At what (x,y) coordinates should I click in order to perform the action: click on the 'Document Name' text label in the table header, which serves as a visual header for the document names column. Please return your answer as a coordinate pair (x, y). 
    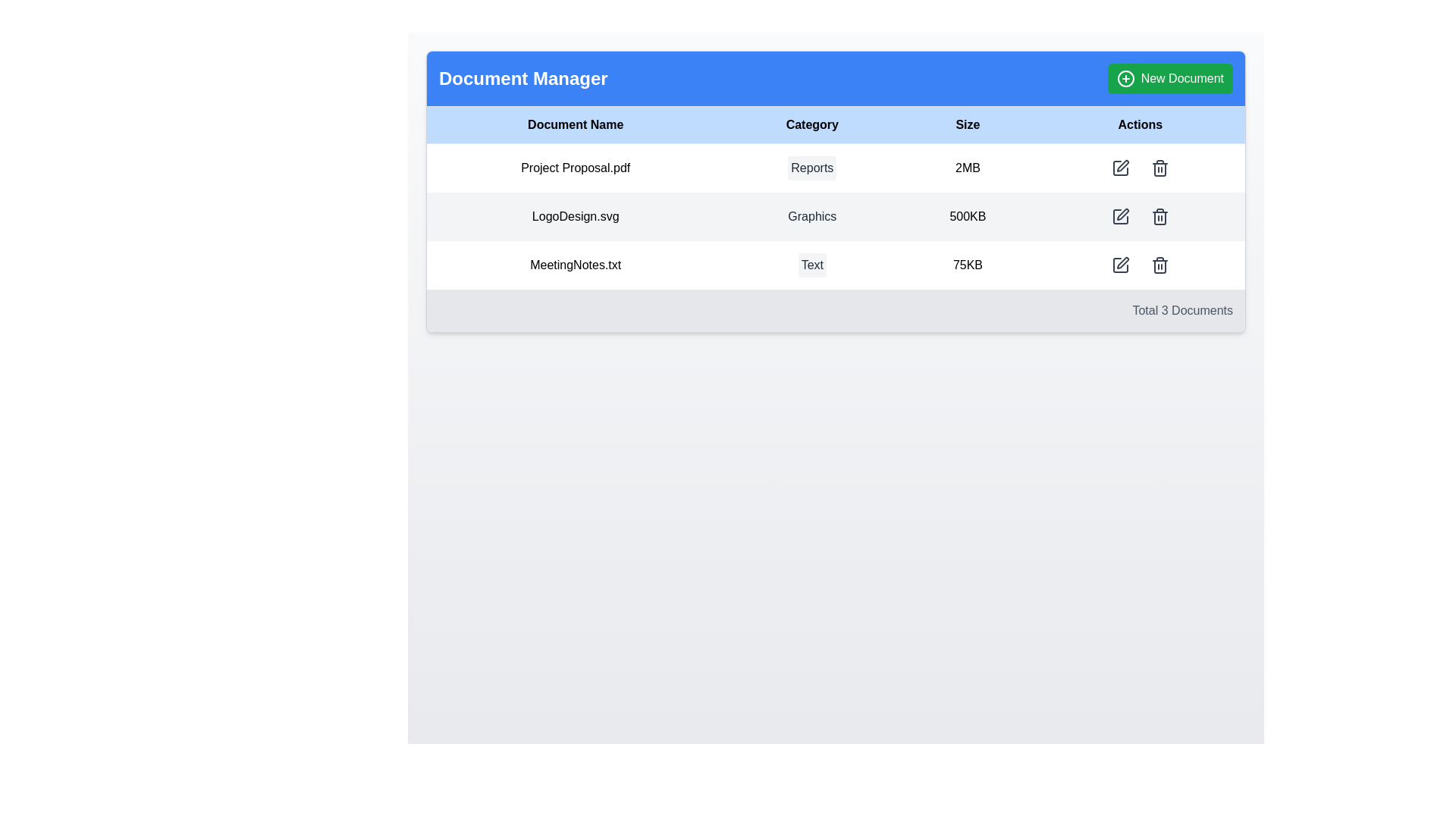
    Looking at the image, I should click on (575, 124).